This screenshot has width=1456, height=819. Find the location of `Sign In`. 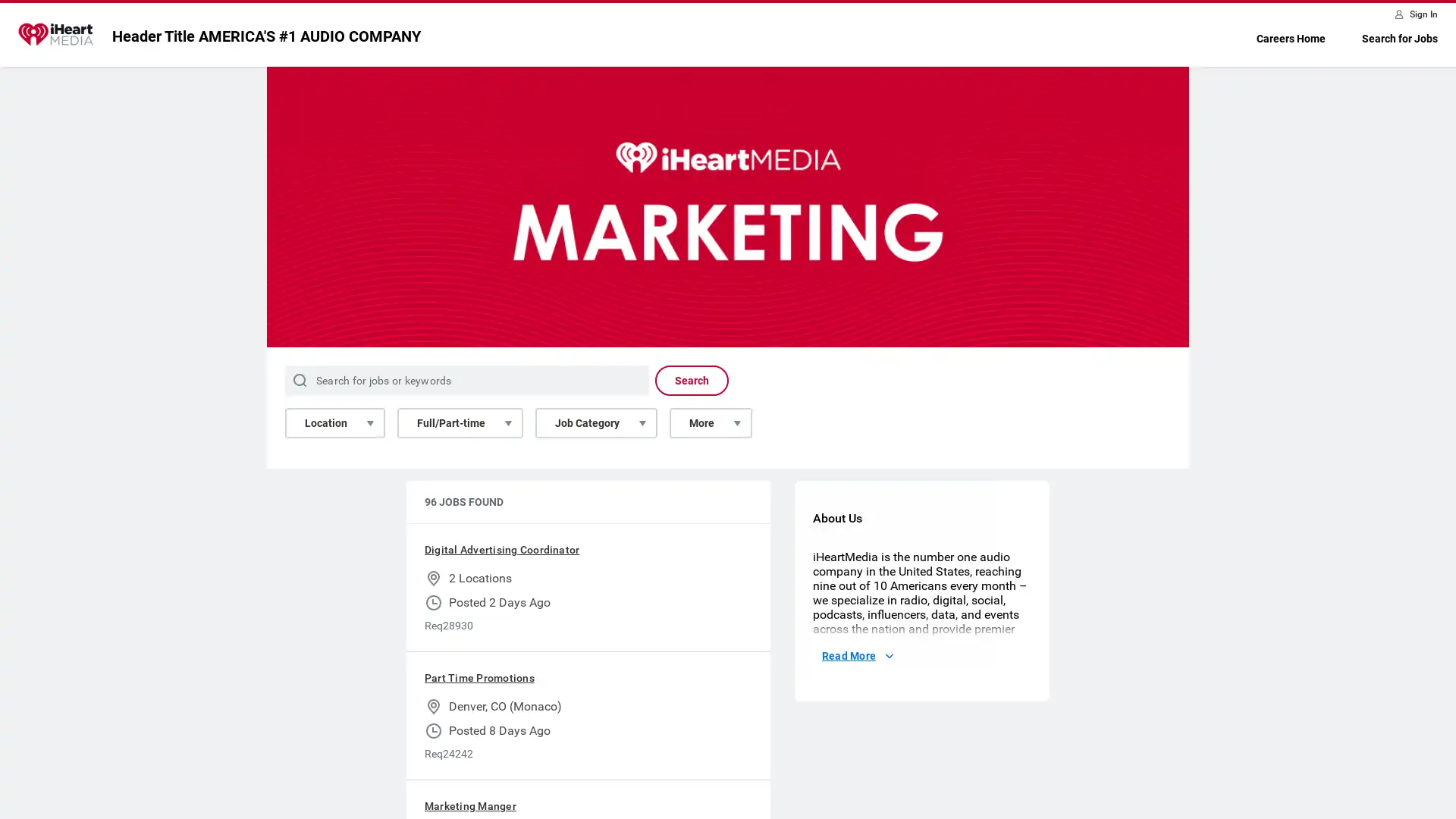

Sign In is located at coordinates (1414, 14).